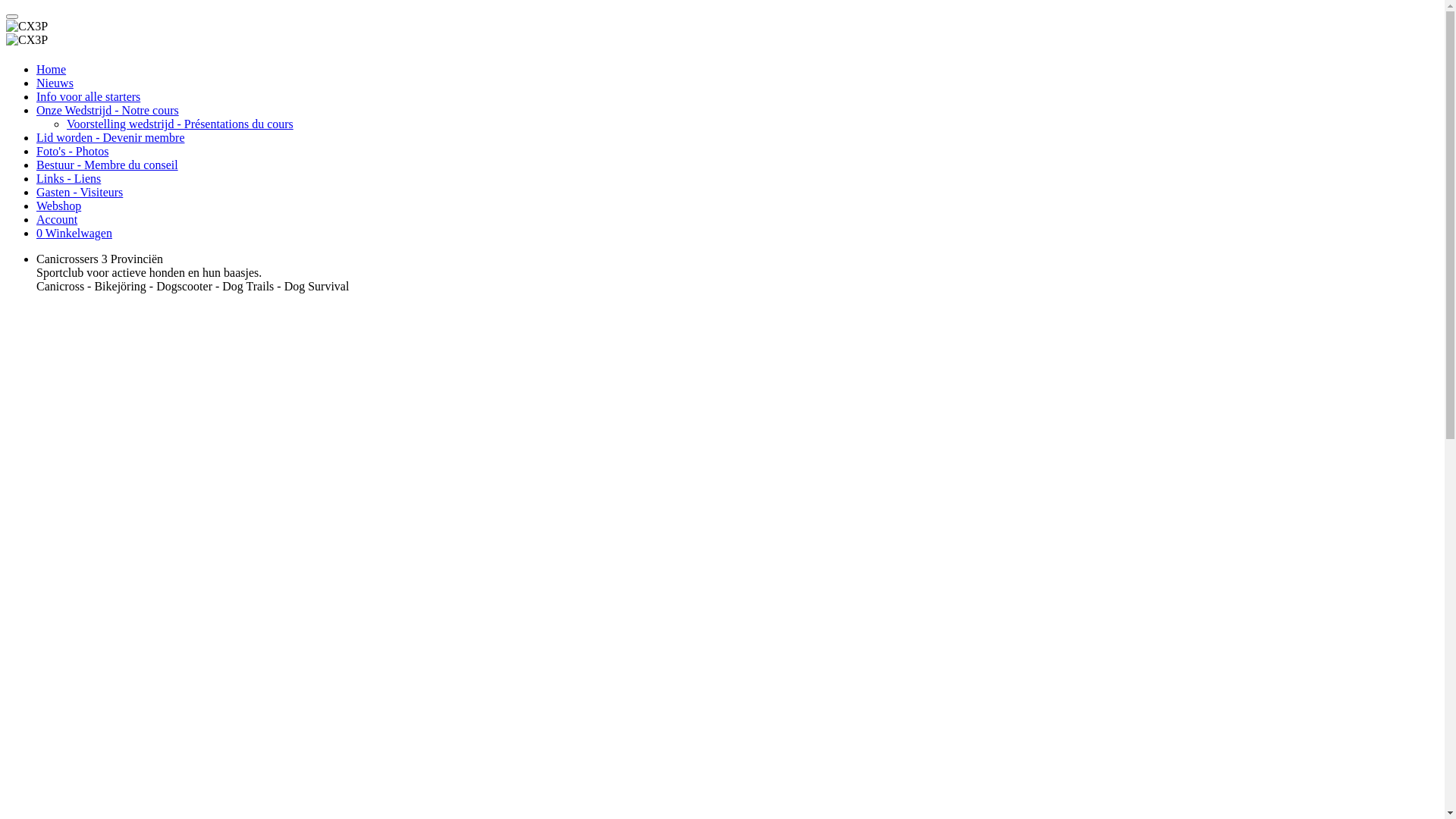 The image size is (1456, 819). I want to click on 'Home', so click(36, 69).